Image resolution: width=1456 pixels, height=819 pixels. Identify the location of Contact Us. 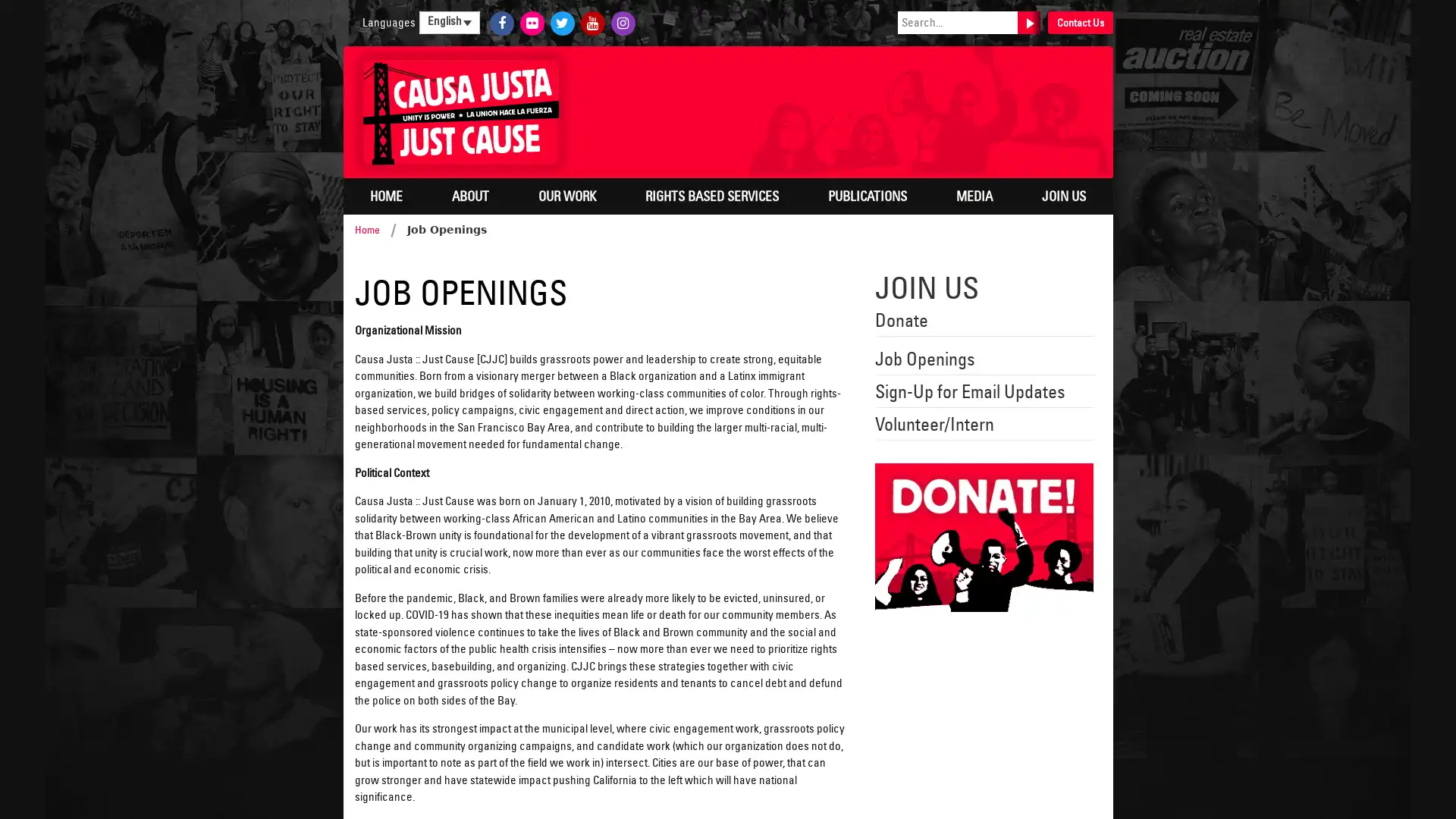
(1079, 23).